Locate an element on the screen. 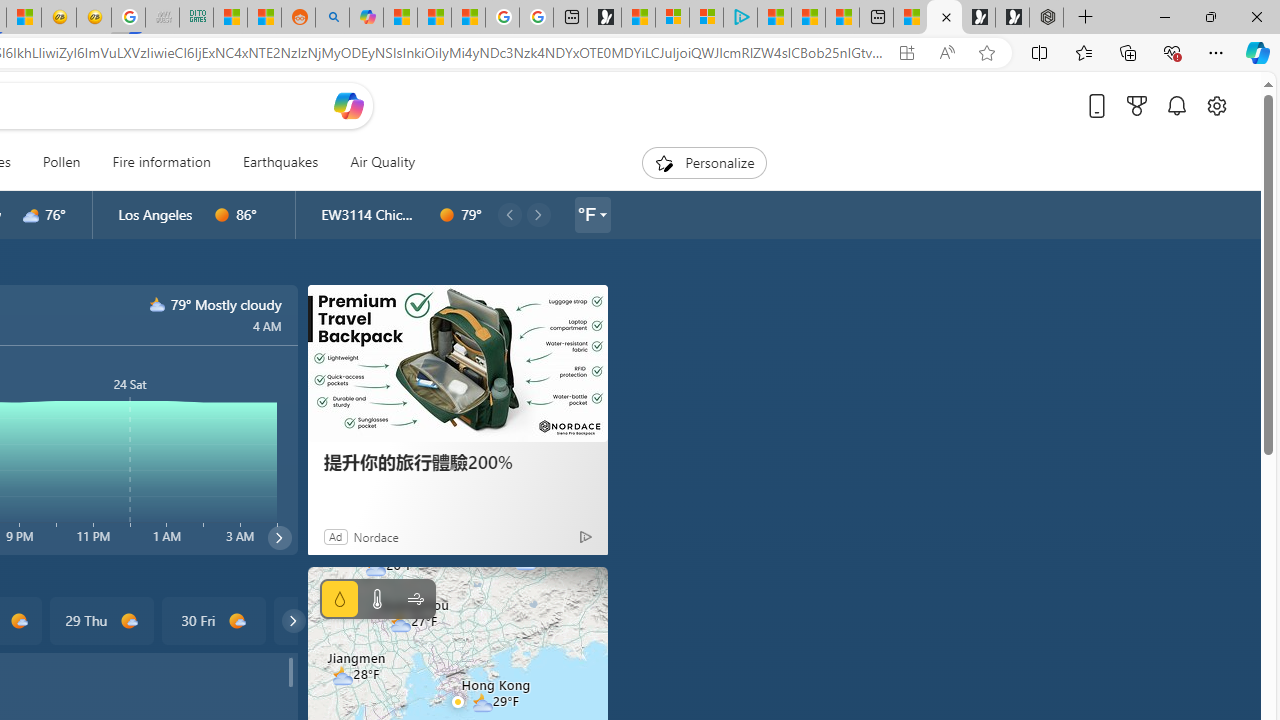 Image resolution: width=1280 pixels, height=720 pixels. 'locationBar/triangle' is located at coordinates (601, 214).